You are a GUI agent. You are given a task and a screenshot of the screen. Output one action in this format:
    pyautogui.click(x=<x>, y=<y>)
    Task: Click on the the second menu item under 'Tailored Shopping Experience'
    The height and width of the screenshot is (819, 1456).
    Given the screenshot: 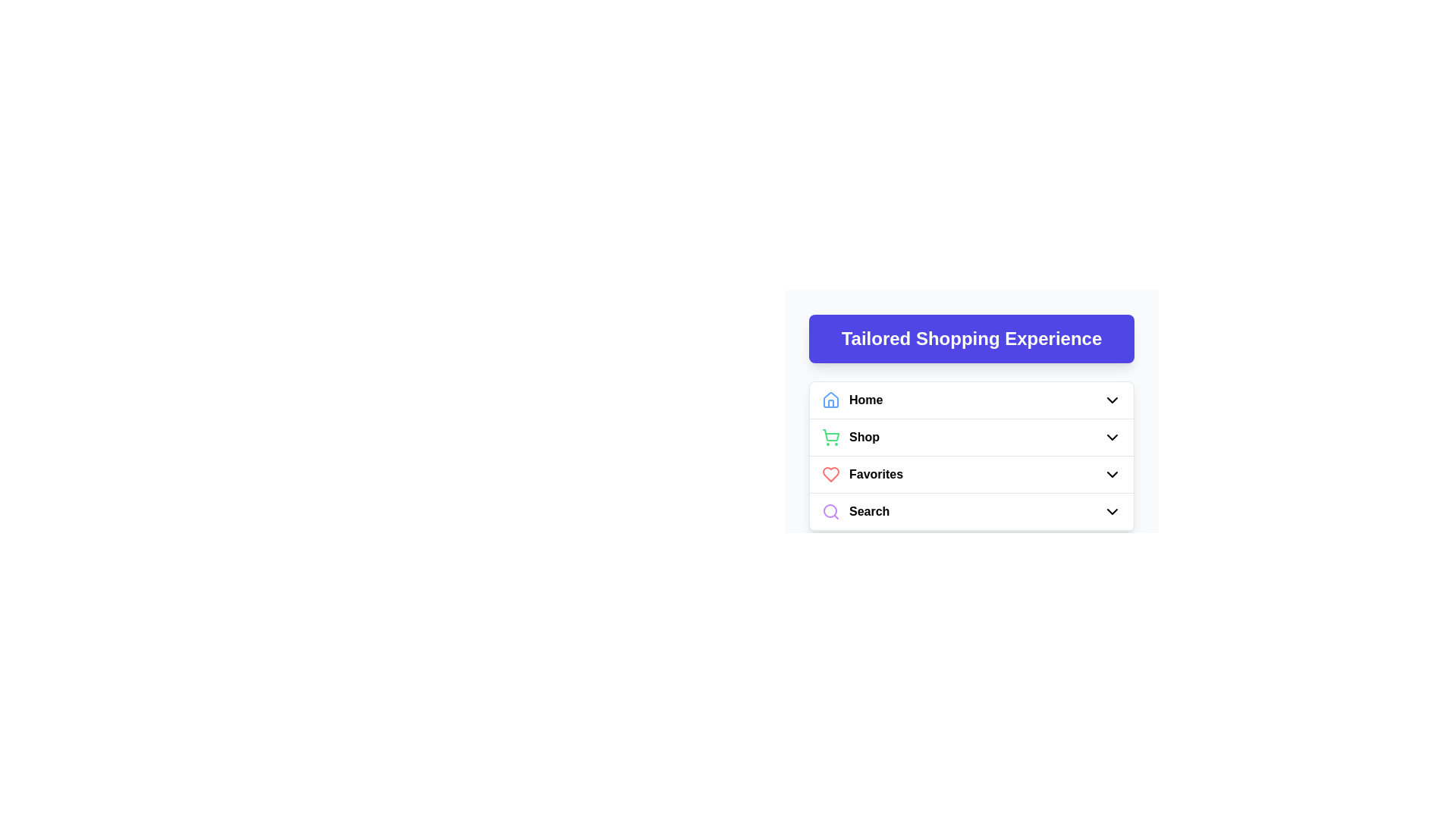 What is the action you would take?
    pyautogui.click(x=971, y=438)
    